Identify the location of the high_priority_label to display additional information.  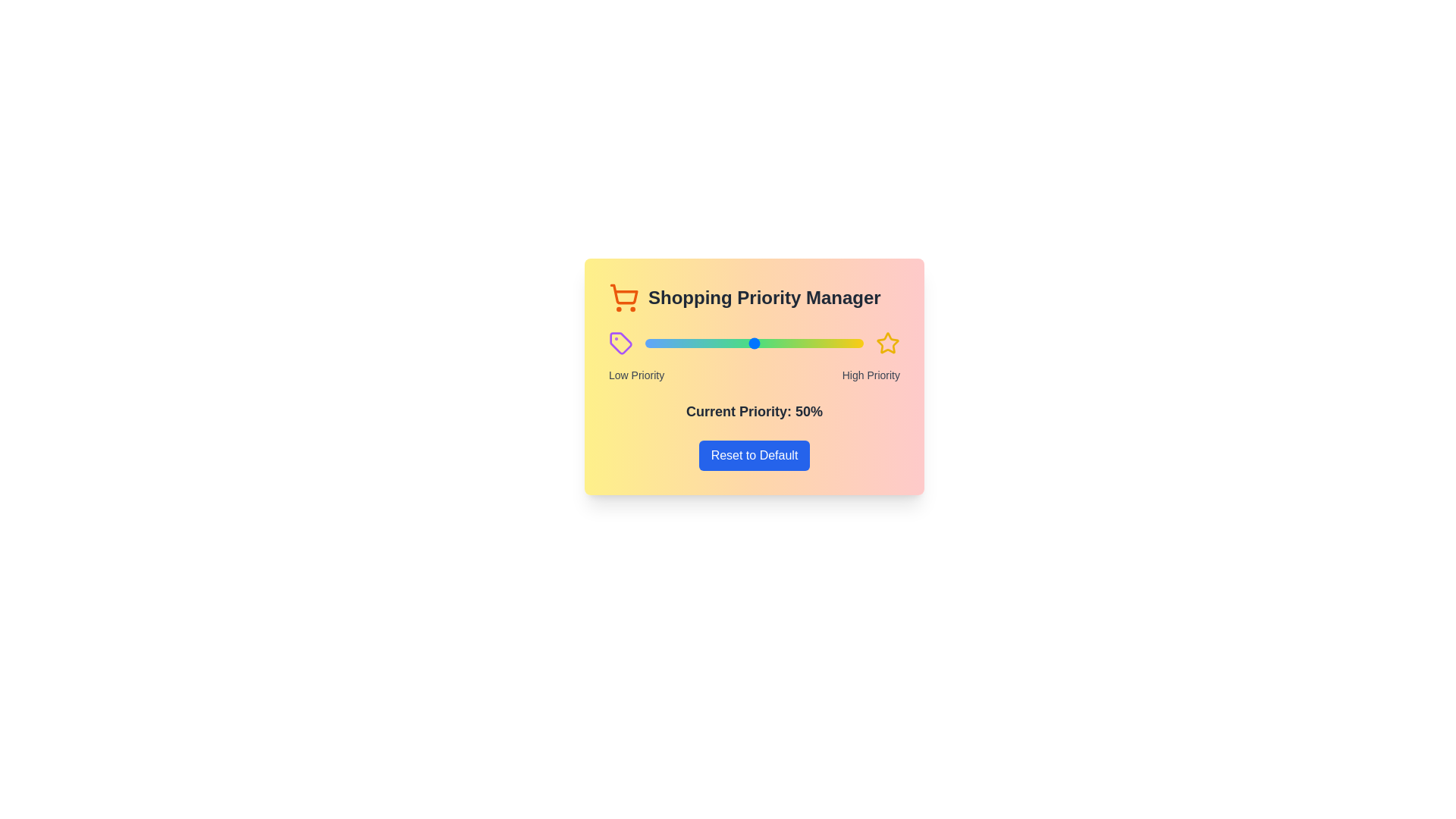
(870, 375).